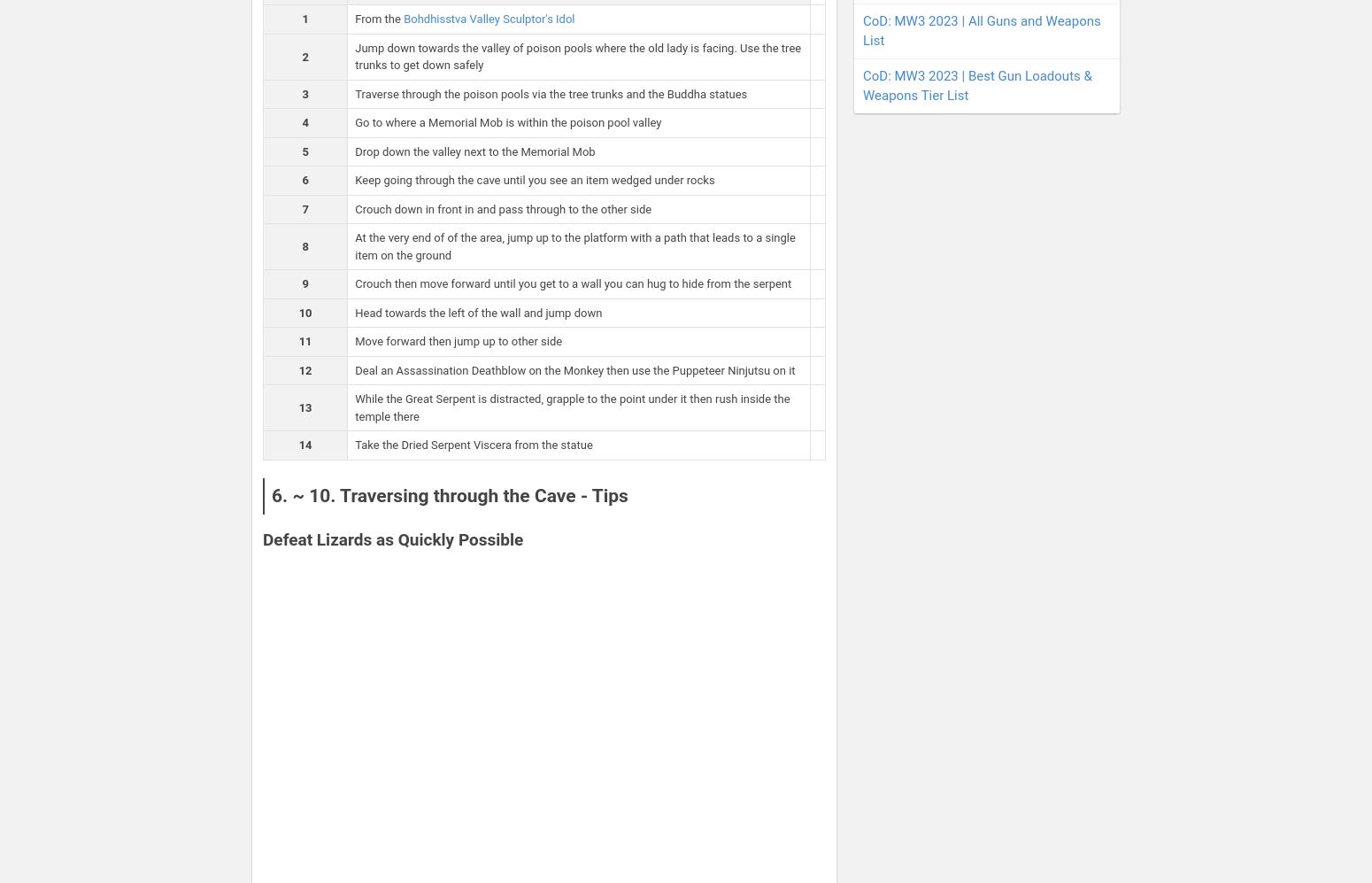  Describe the element at coordinates (477, 311) in the screenshot. I see `'Head towards the left of the wall and jump down'` at that location.